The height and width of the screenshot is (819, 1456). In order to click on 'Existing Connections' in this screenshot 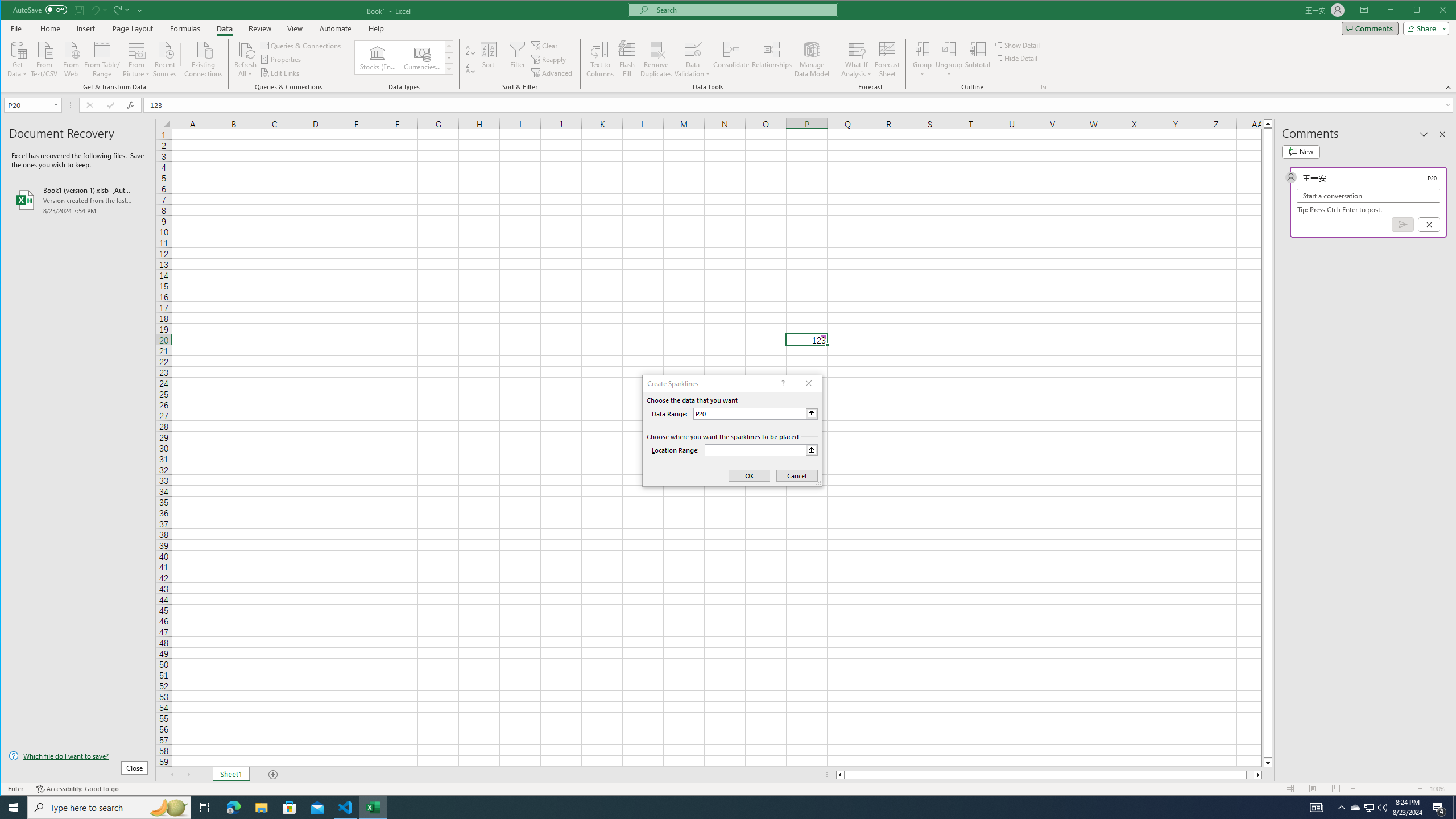, I will do `click(204, 58)`.